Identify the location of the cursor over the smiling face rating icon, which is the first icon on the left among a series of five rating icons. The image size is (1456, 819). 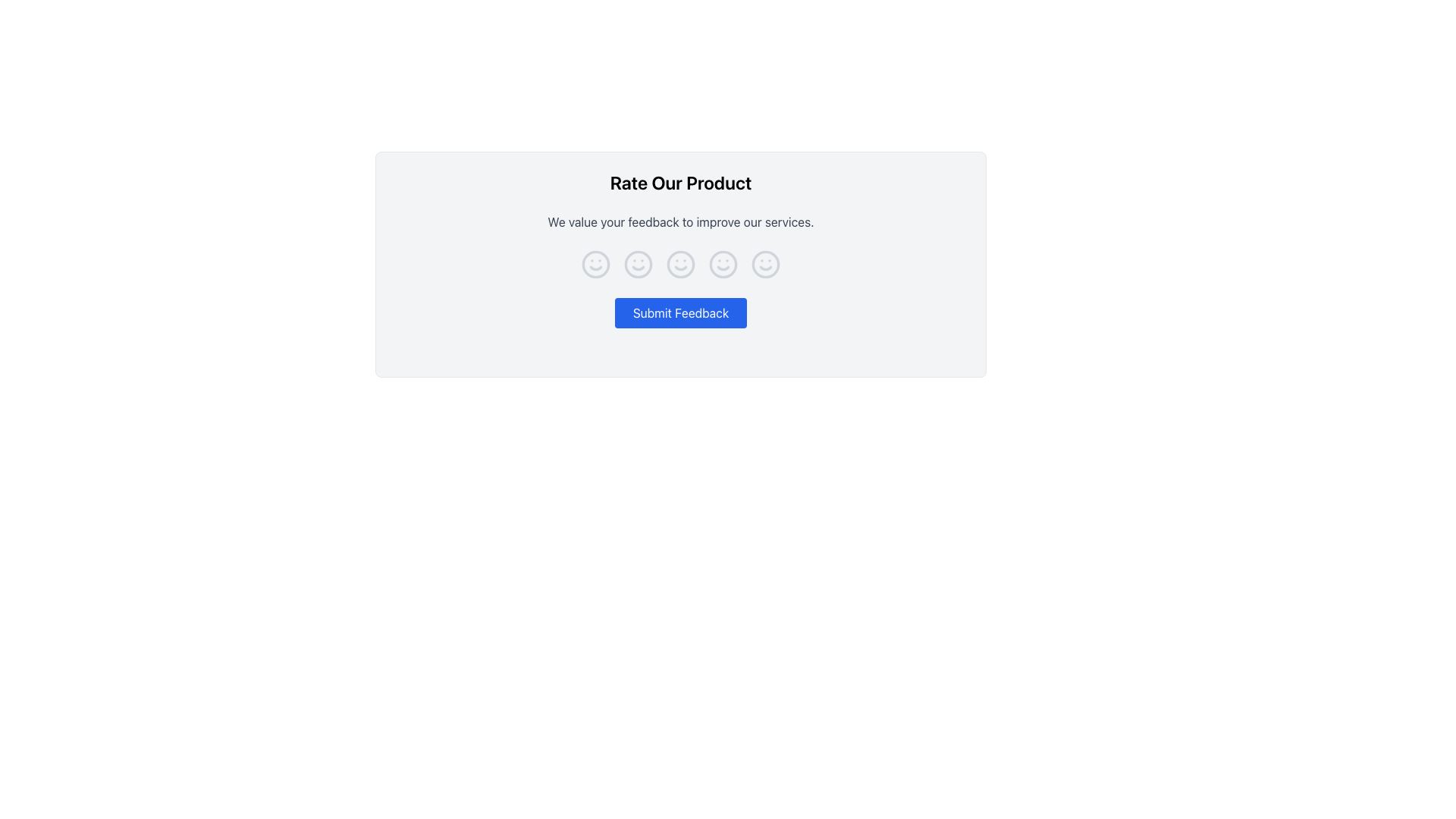
(595, 263).